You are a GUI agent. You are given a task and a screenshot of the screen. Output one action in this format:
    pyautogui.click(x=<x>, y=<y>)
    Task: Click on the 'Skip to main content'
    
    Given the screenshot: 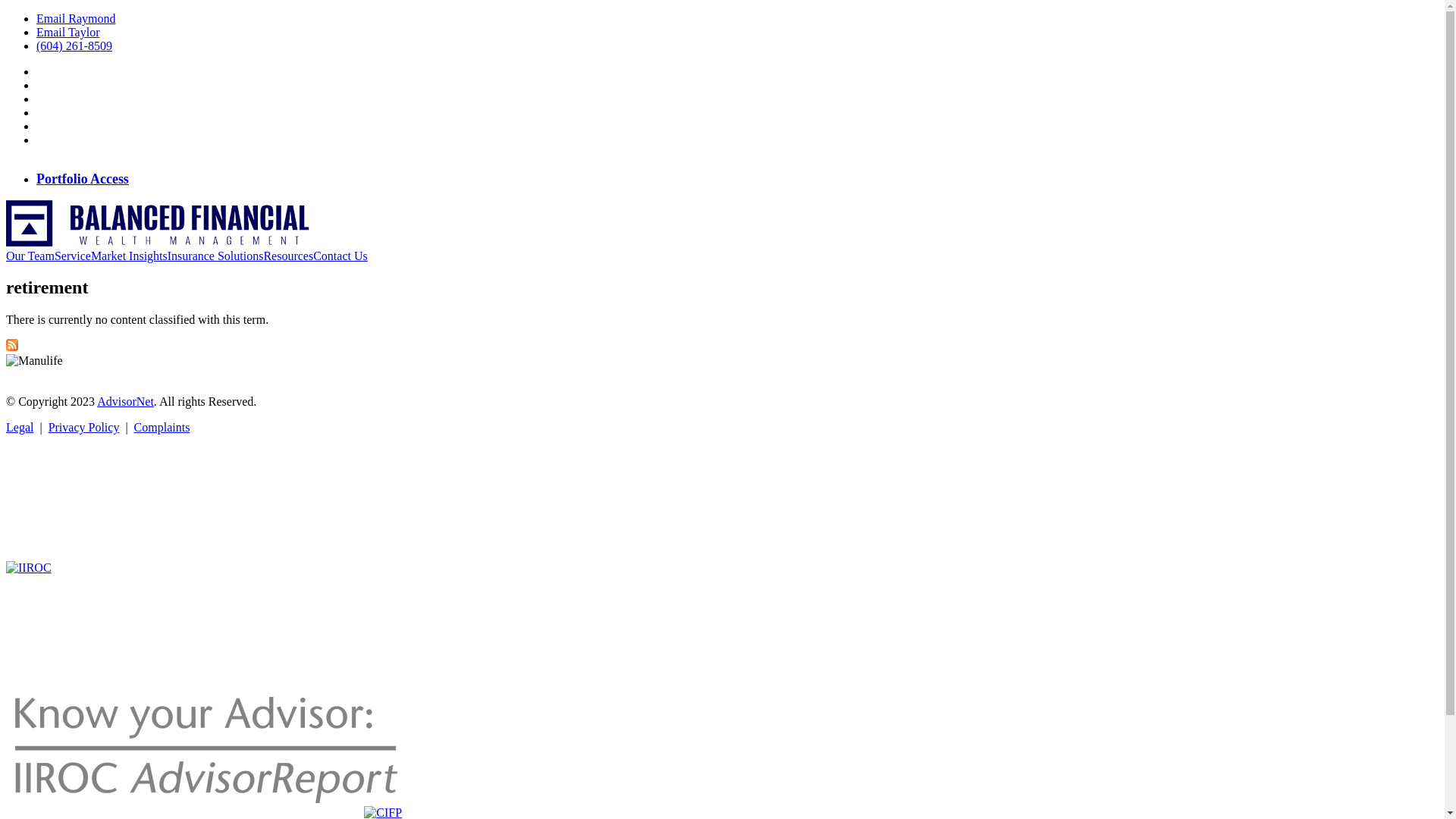 What is the action you would take?
    pyautogui.click(x=56, y=12)
    